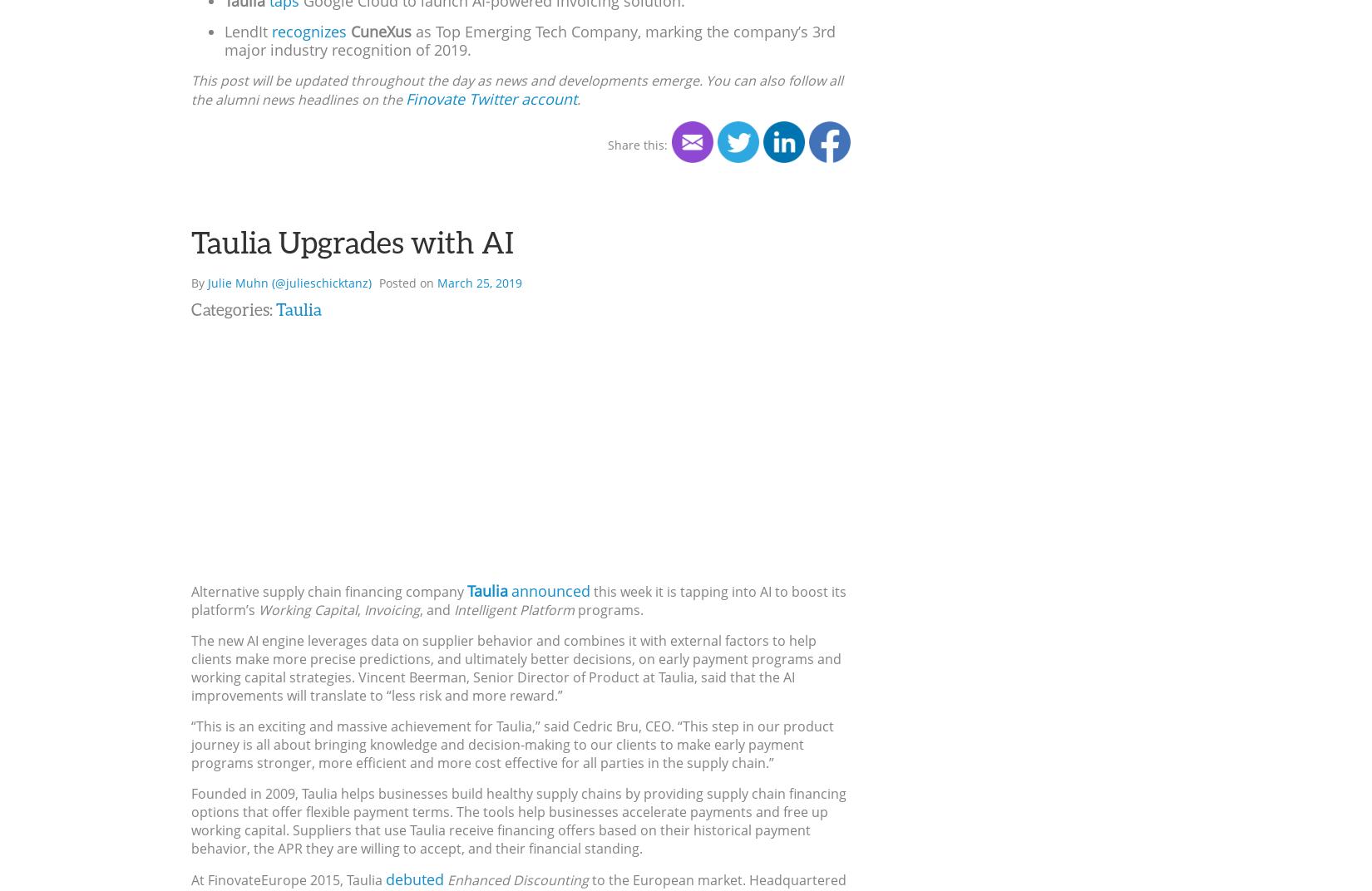 Image resolution: width=1372 pixels, height=891 pixels. I want to click on 'Categories:', so click(233, 308).